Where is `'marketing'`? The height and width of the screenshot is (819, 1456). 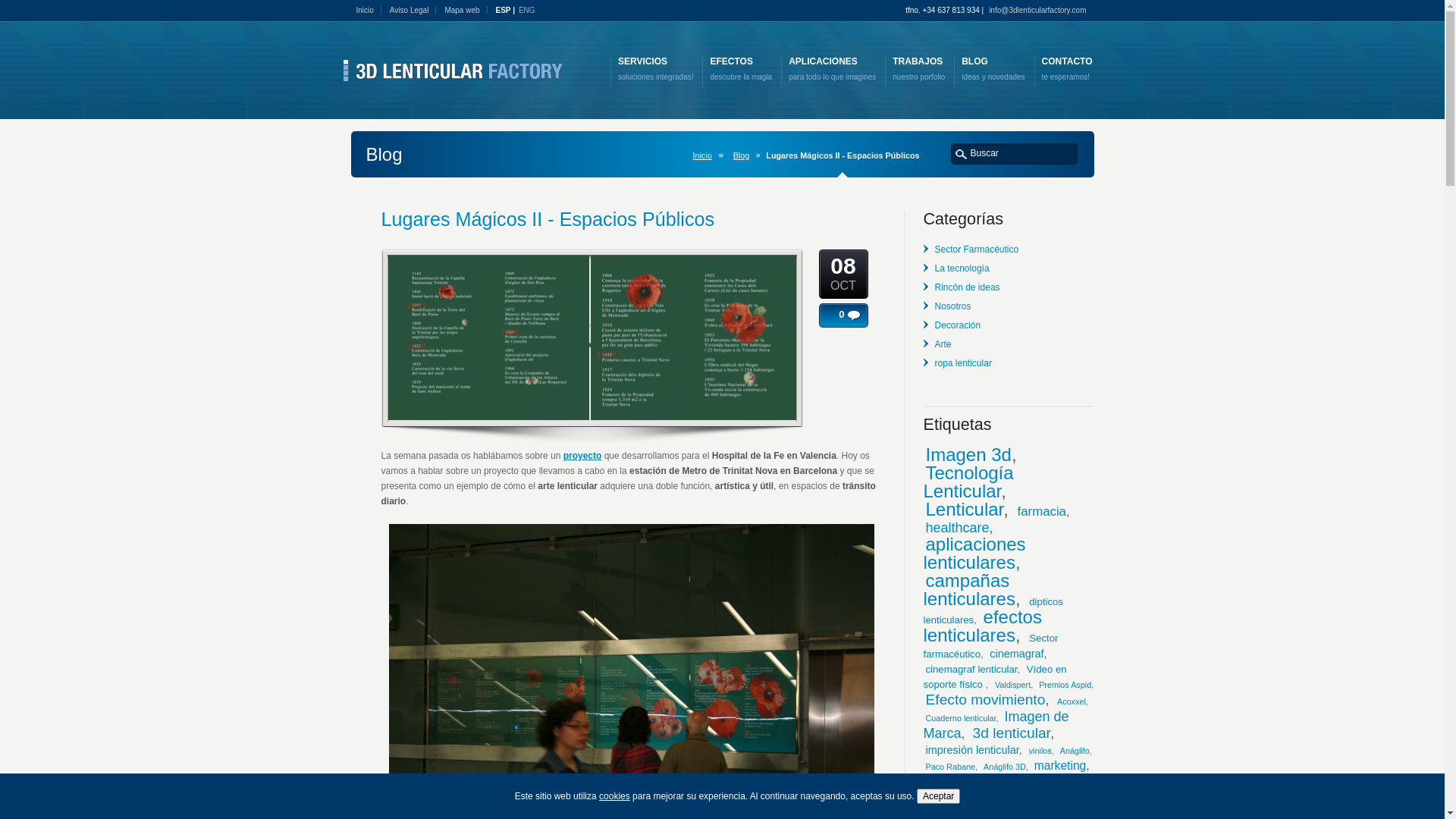 'marketing' is located at coordinates (1059, 765).